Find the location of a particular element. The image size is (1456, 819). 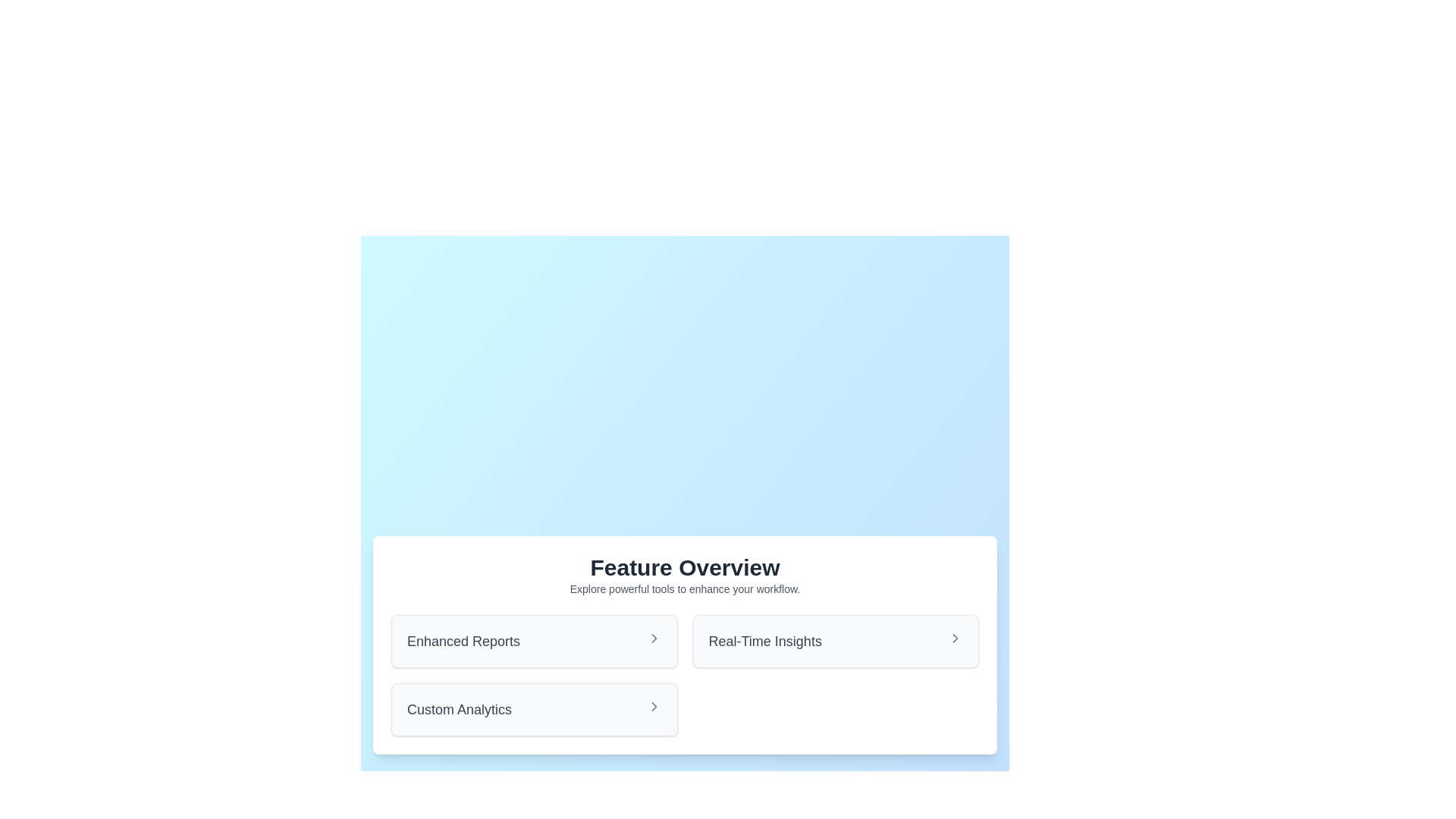

the right-pointing chevron icon (SVG) located to the right of 'Custom Analytics' is located at coordinates (654, 707).